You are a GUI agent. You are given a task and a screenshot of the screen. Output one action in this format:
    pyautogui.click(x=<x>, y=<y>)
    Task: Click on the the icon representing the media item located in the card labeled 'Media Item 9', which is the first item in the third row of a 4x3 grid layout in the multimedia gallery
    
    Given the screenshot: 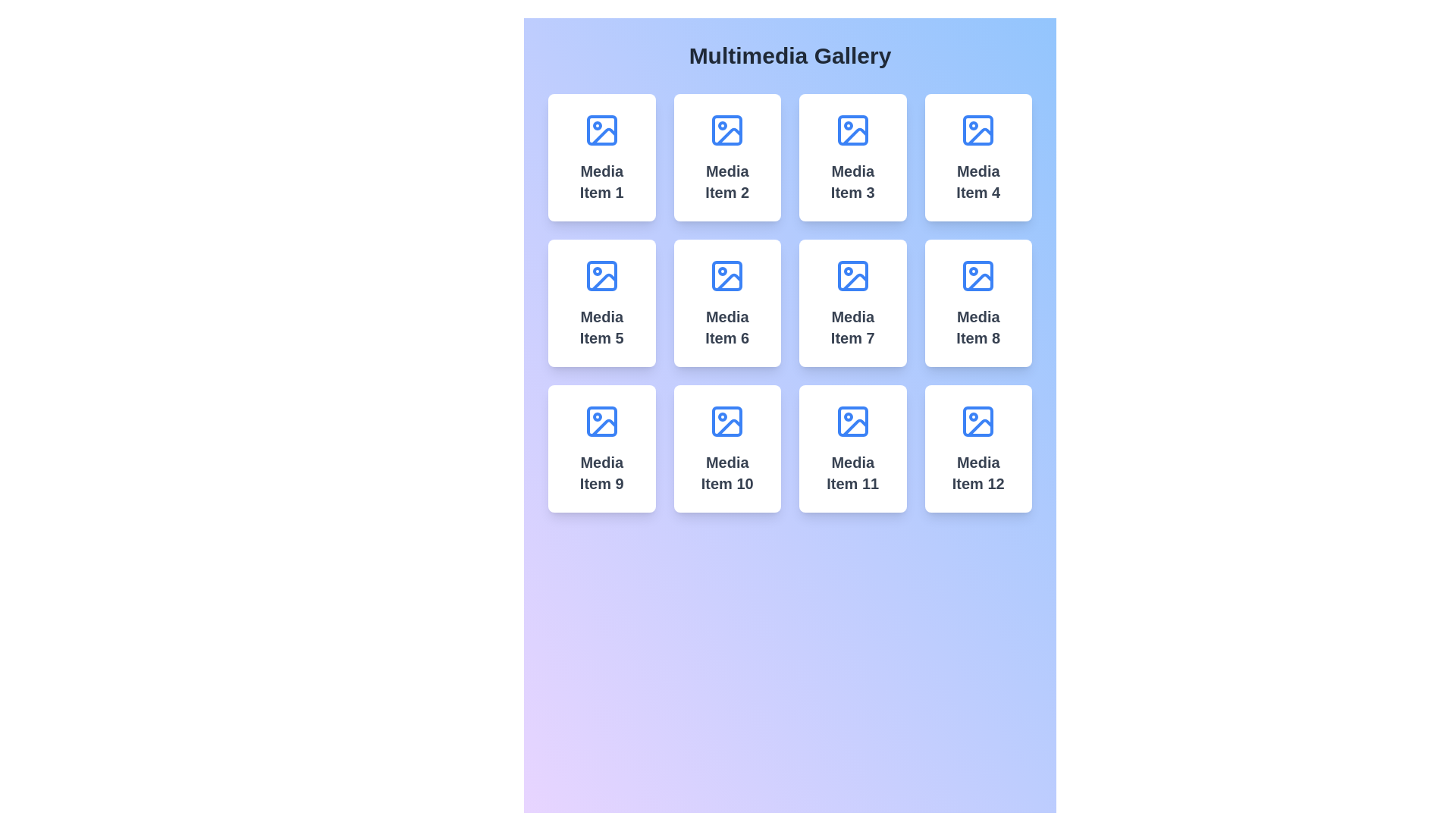 What is the action you would take?
    pyautogui.click(x=601, y=421)
    